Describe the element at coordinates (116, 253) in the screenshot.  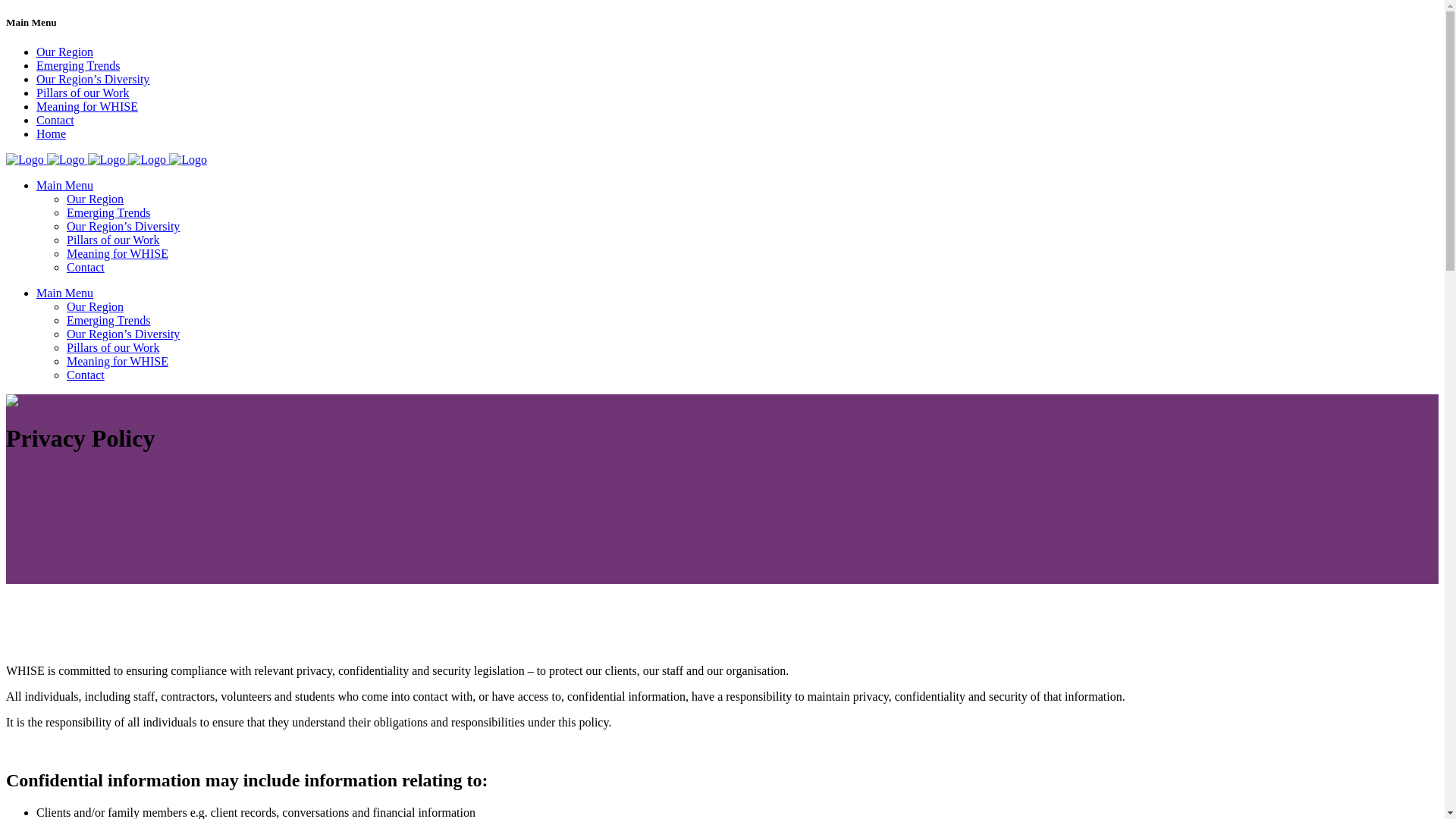
I see `'Meaning for WHISE'` at that location.